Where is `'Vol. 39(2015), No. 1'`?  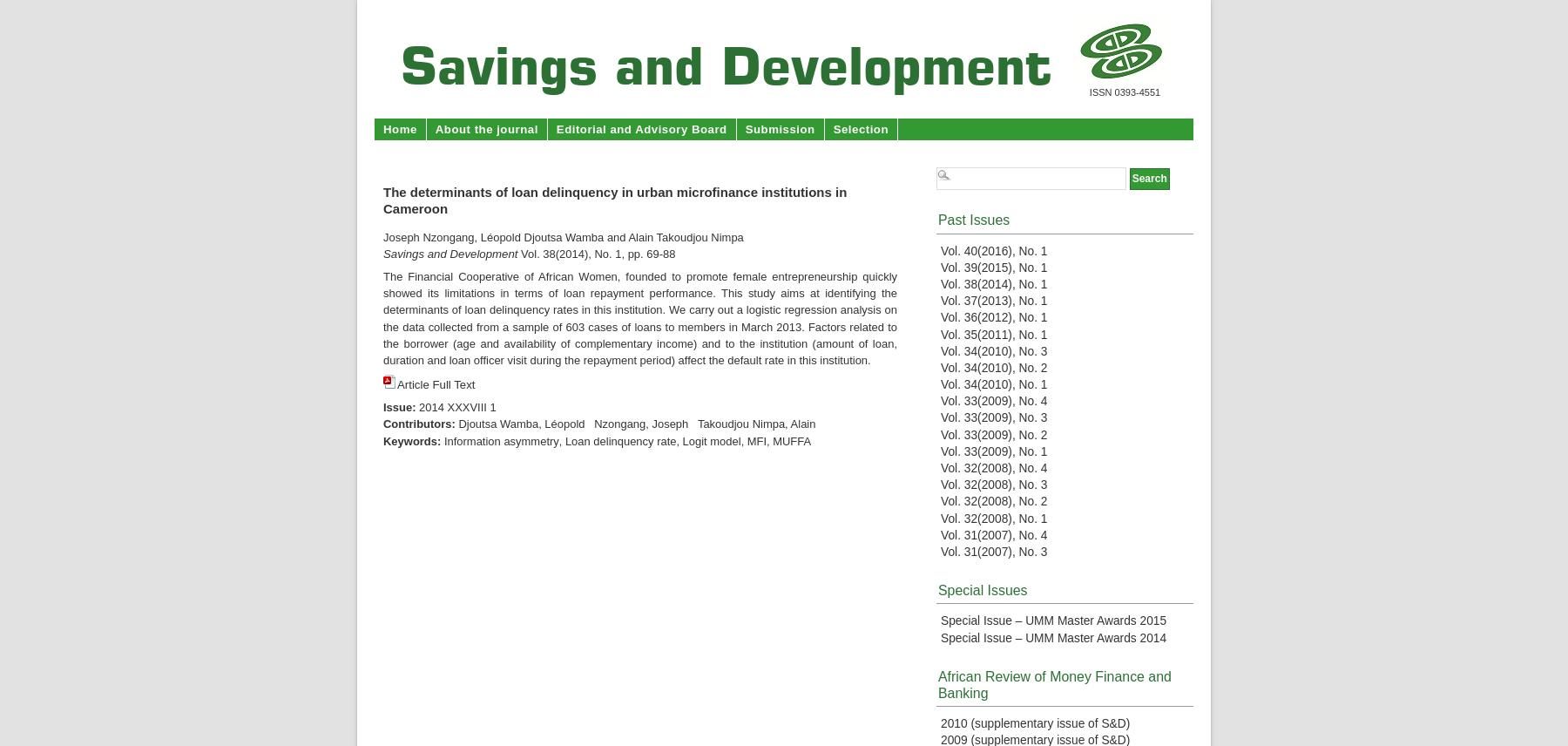
'Vol. 39(2015), No. 1' is located at coordinates (941, 267).